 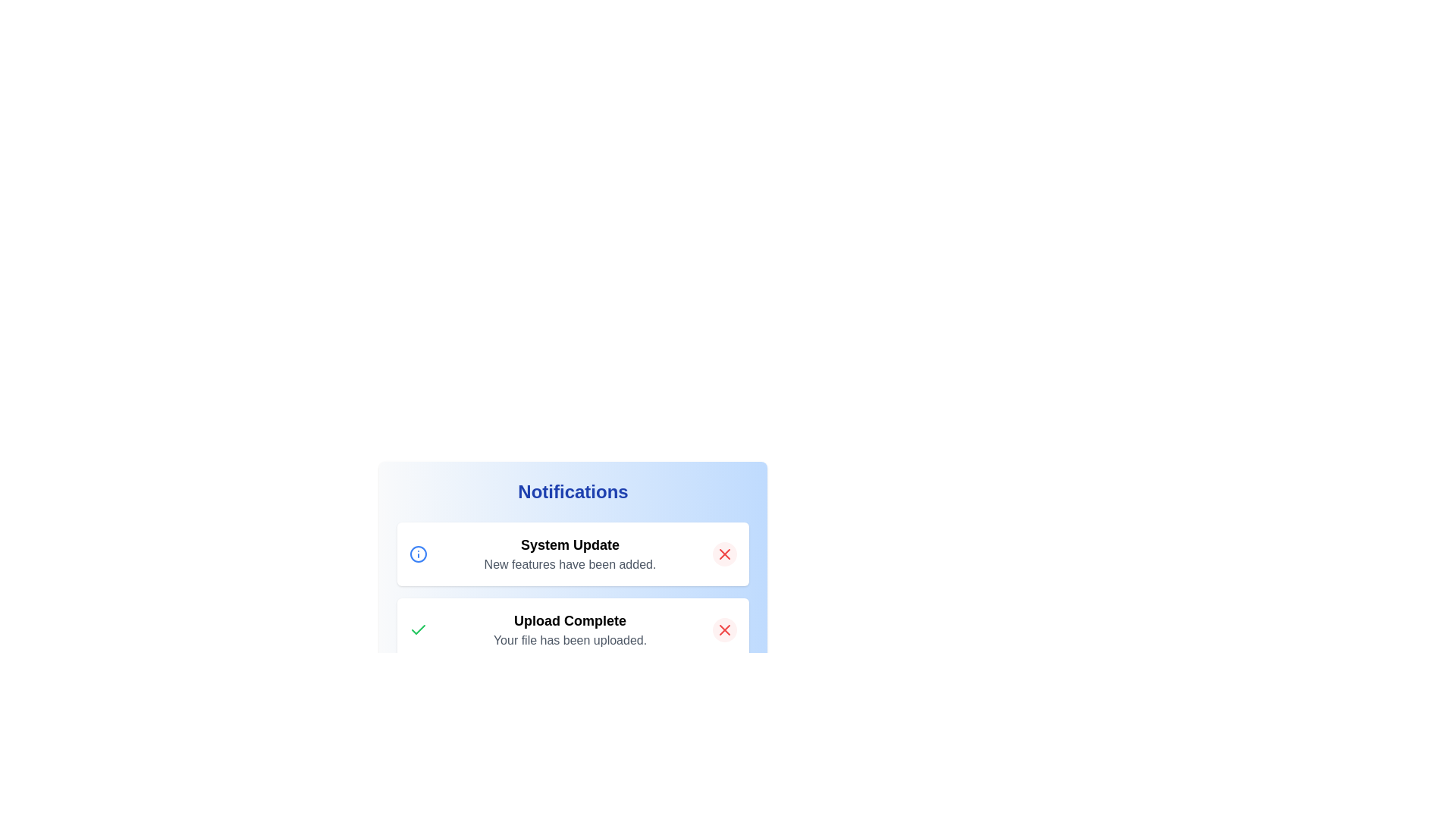 I want to click on the notification by reading the text label that states 'Upload Complete' and 'Your file has been uploaded.', so click(x=570, y=629).